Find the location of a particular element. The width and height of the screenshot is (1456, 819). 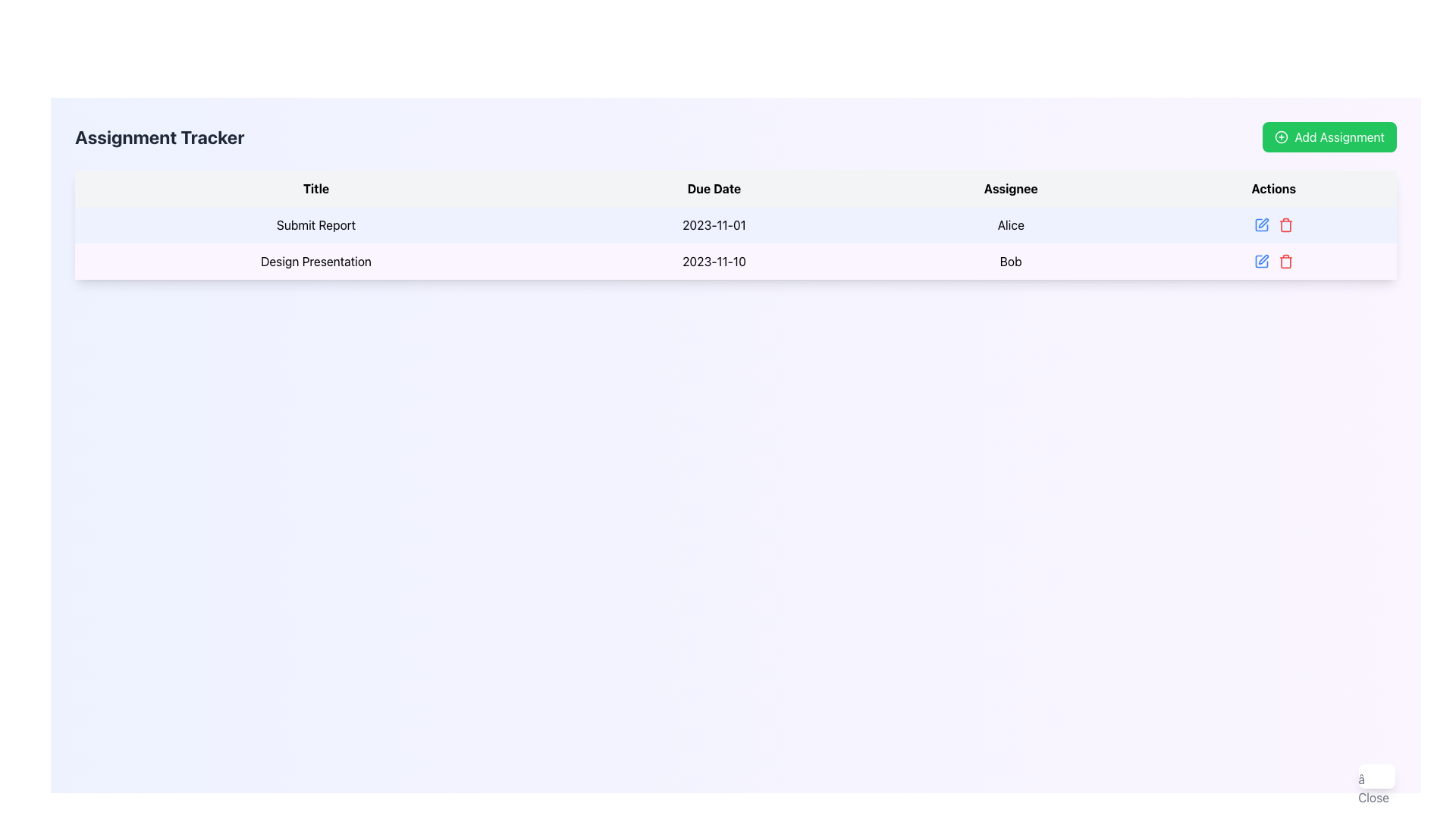

bold, large-sized text element labeled 'Assignment Tracker' located near the top-left corner of the interface is located at coordinates (159, 137).